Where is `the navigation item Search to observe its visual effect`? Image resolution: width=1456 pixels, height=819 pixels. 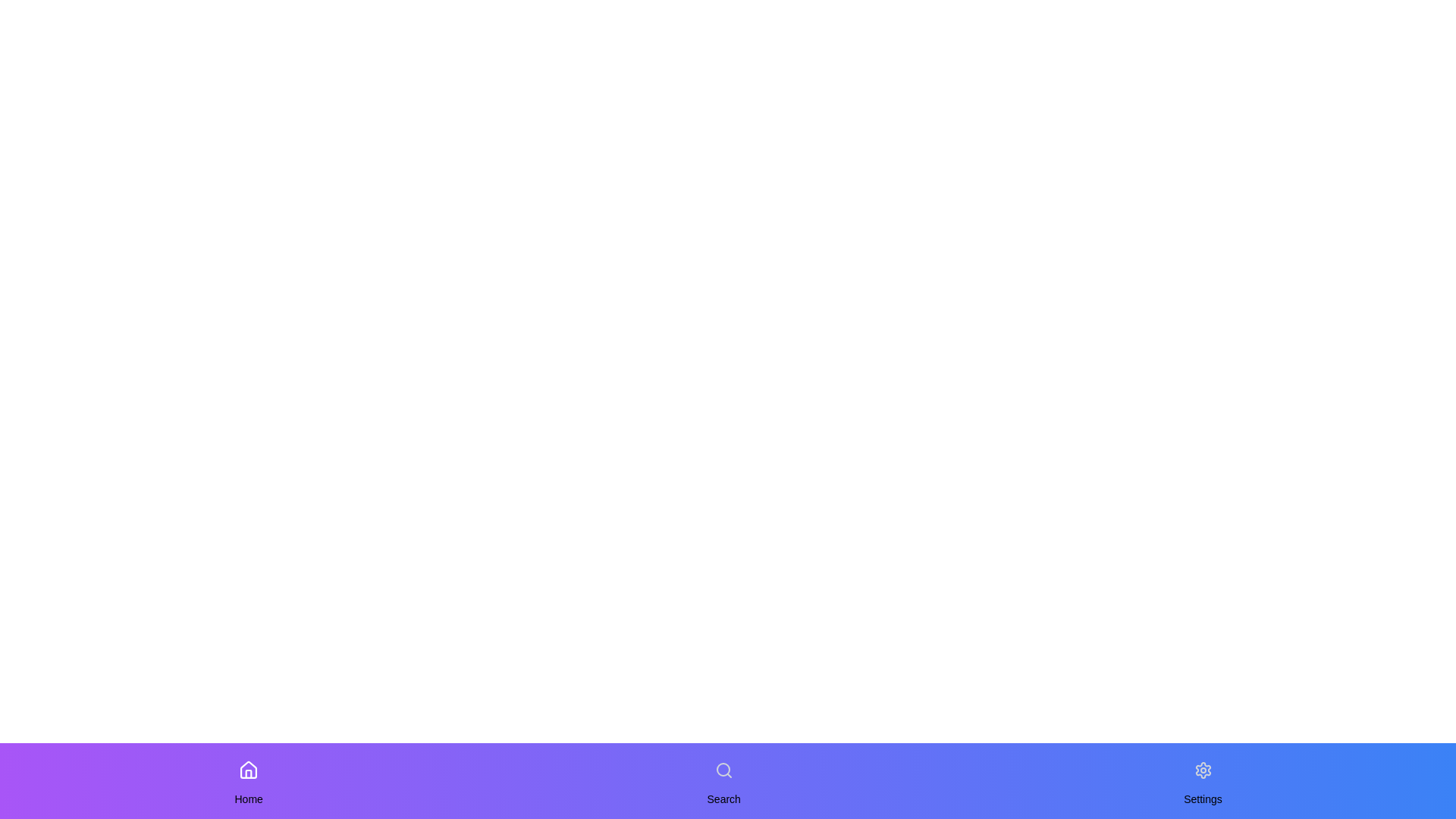 the navigation item Search to observe its visual effect is located at coordinates (723, 770).